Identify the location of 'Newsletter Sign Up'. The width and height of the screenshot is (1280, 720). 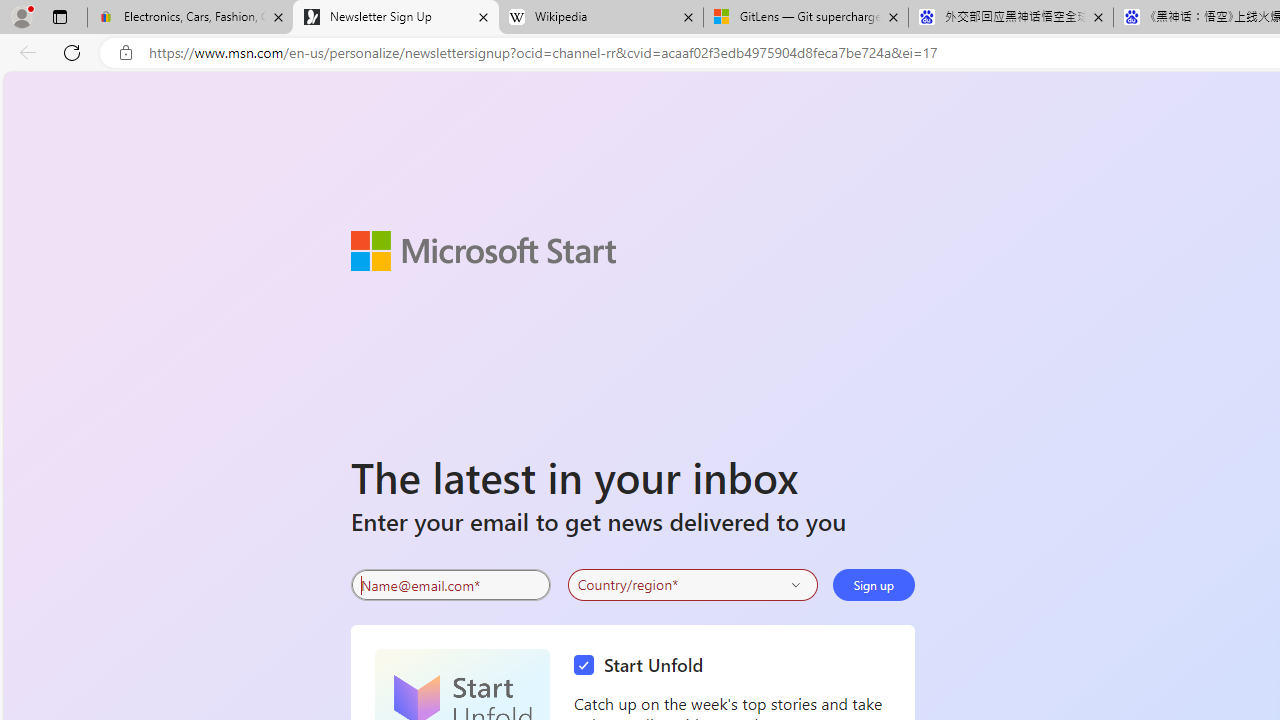
(396, 17).